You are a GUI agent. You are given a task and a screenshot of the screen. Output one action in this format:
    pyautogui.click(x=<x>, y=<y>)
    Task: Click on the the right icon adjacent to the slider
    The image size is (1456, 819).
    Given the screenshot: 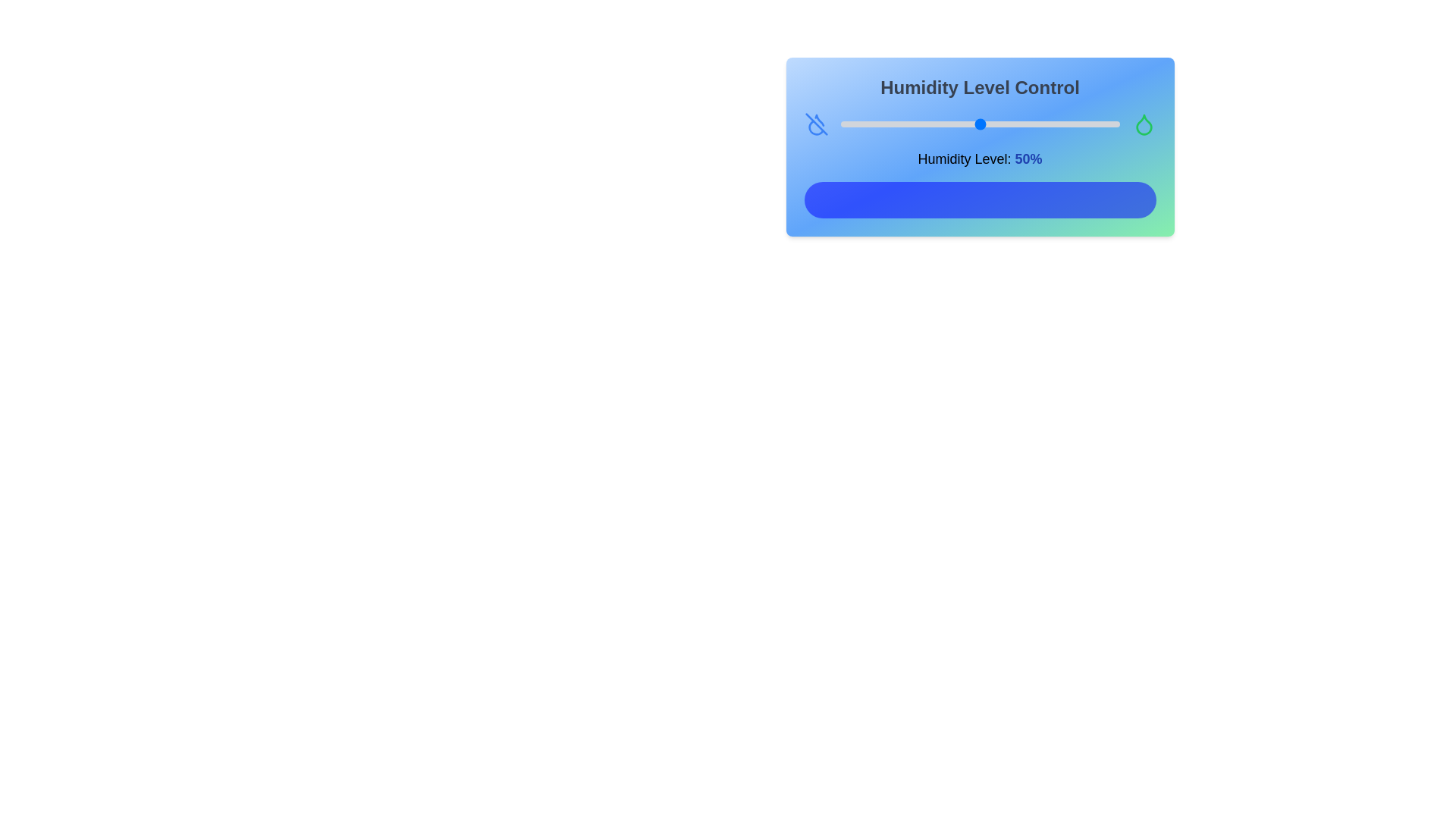 What is the action you would take?
    pyautogui.click(x=1144, y=124)
    